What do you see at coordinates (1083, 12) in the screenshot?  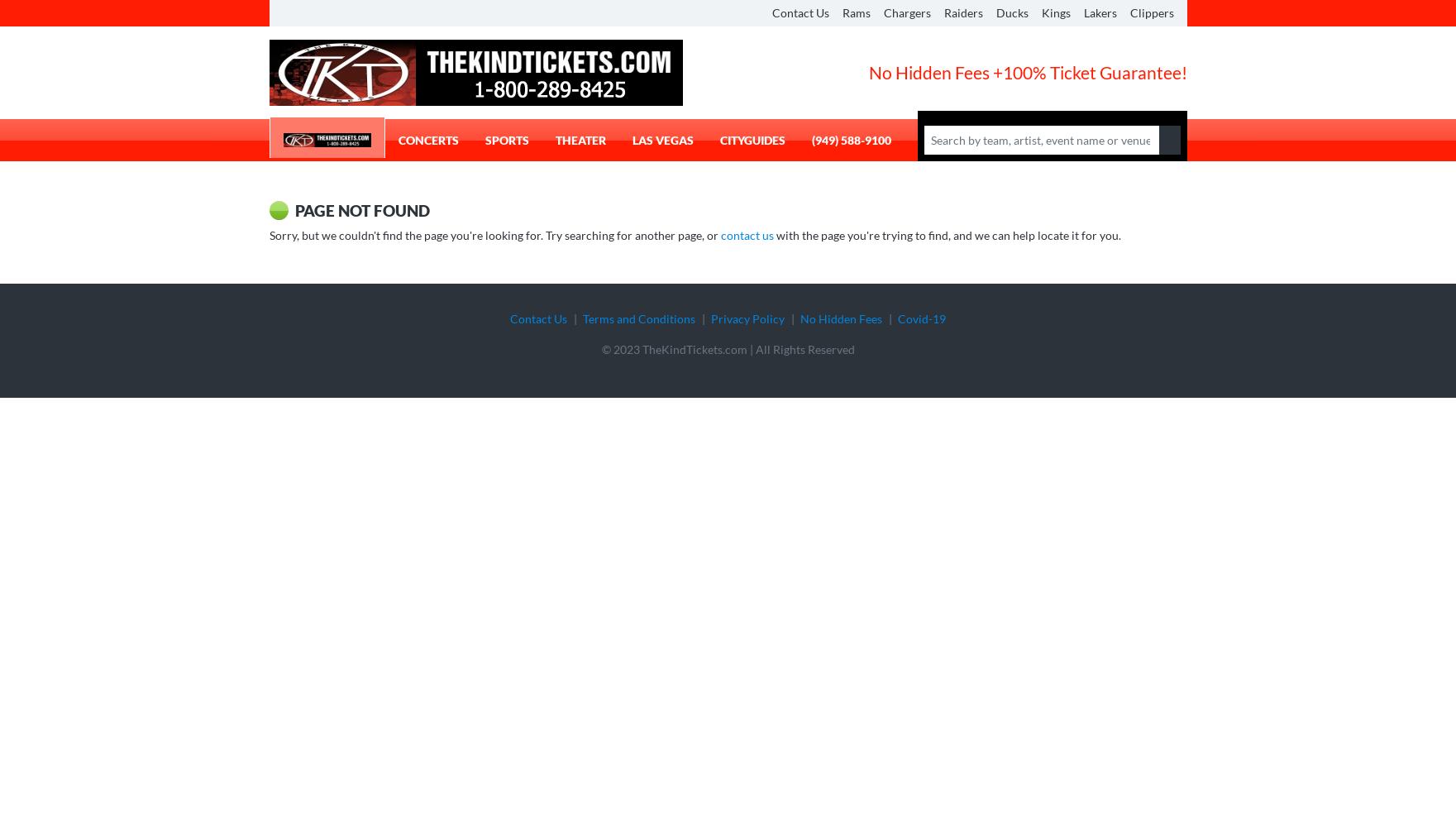 I see `'Lakers'` at bounding box center [1083, 12].